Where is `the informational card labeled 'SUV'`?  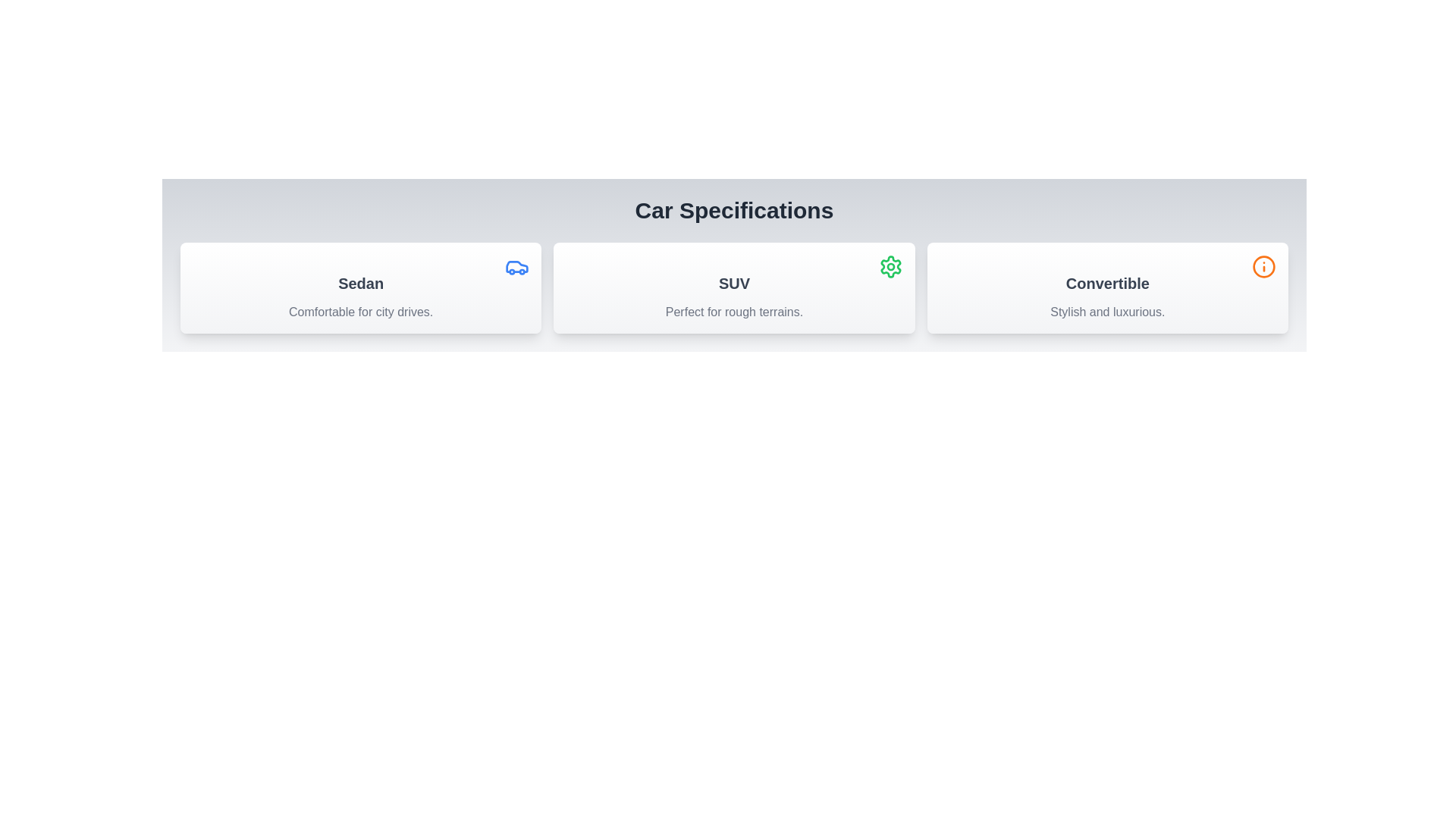
the informational card labeled 'SUV' is located at coordinates (734, 288).